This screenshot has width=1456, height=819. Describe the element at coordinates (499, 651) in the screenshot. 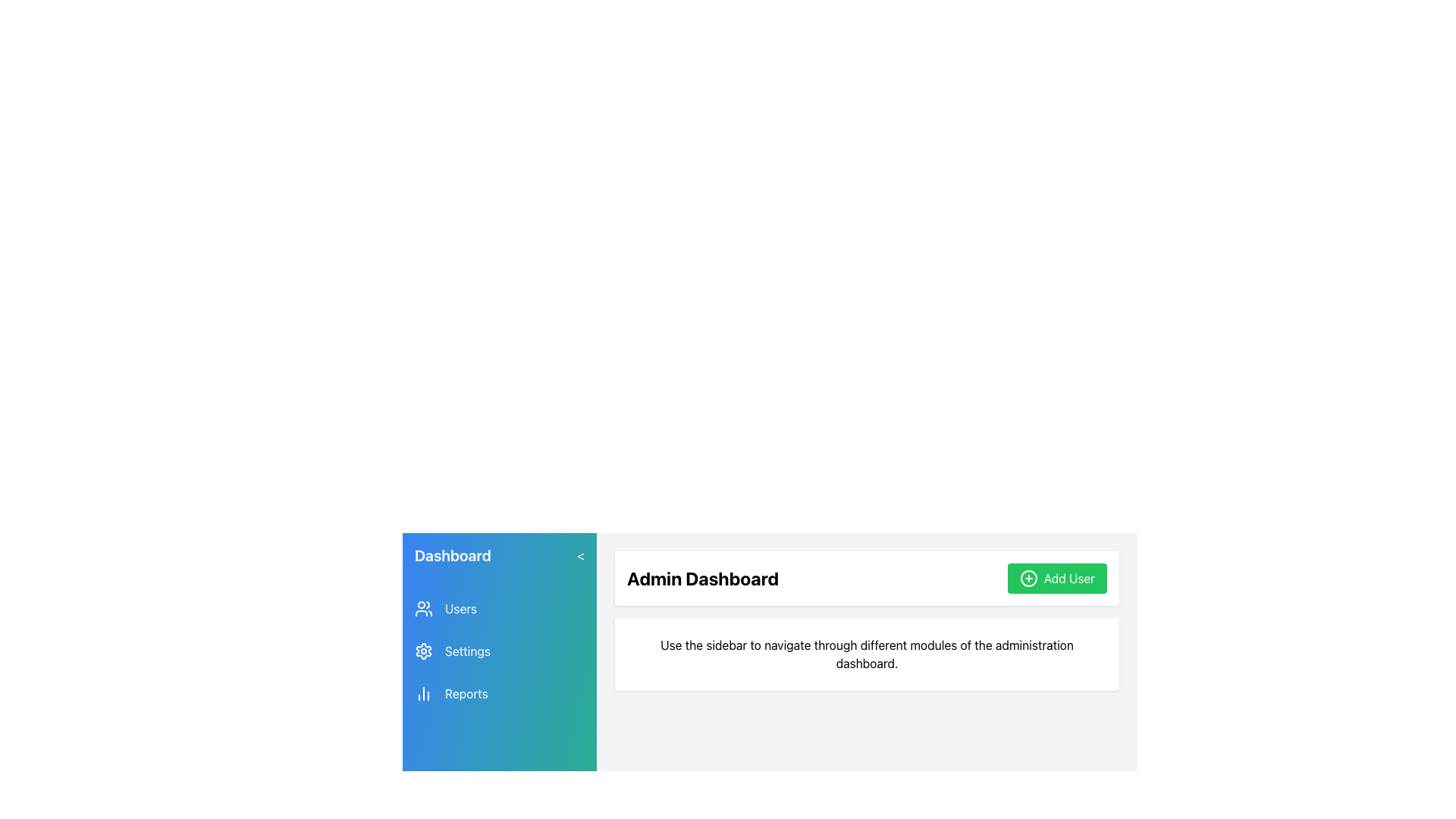

I see `the 'Settings' menu option within the vertically-stacked group of clickable menu options in the blue-to-green gradient sidebar` at that location.